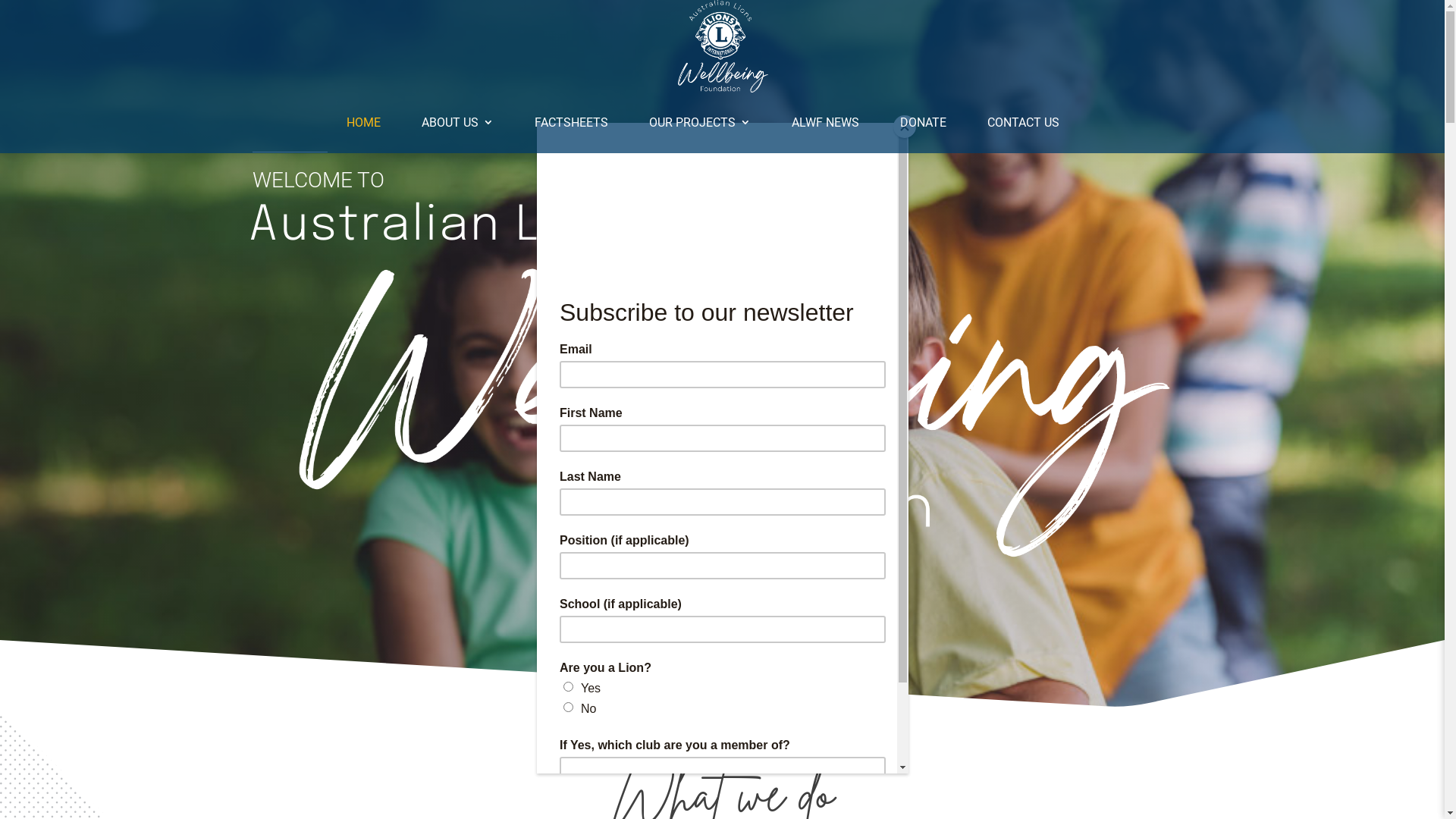 Image resolution: width=1456 pixels, height=819 pixels. I want to click on 'OUR PROJECTS', so click(698, 122).